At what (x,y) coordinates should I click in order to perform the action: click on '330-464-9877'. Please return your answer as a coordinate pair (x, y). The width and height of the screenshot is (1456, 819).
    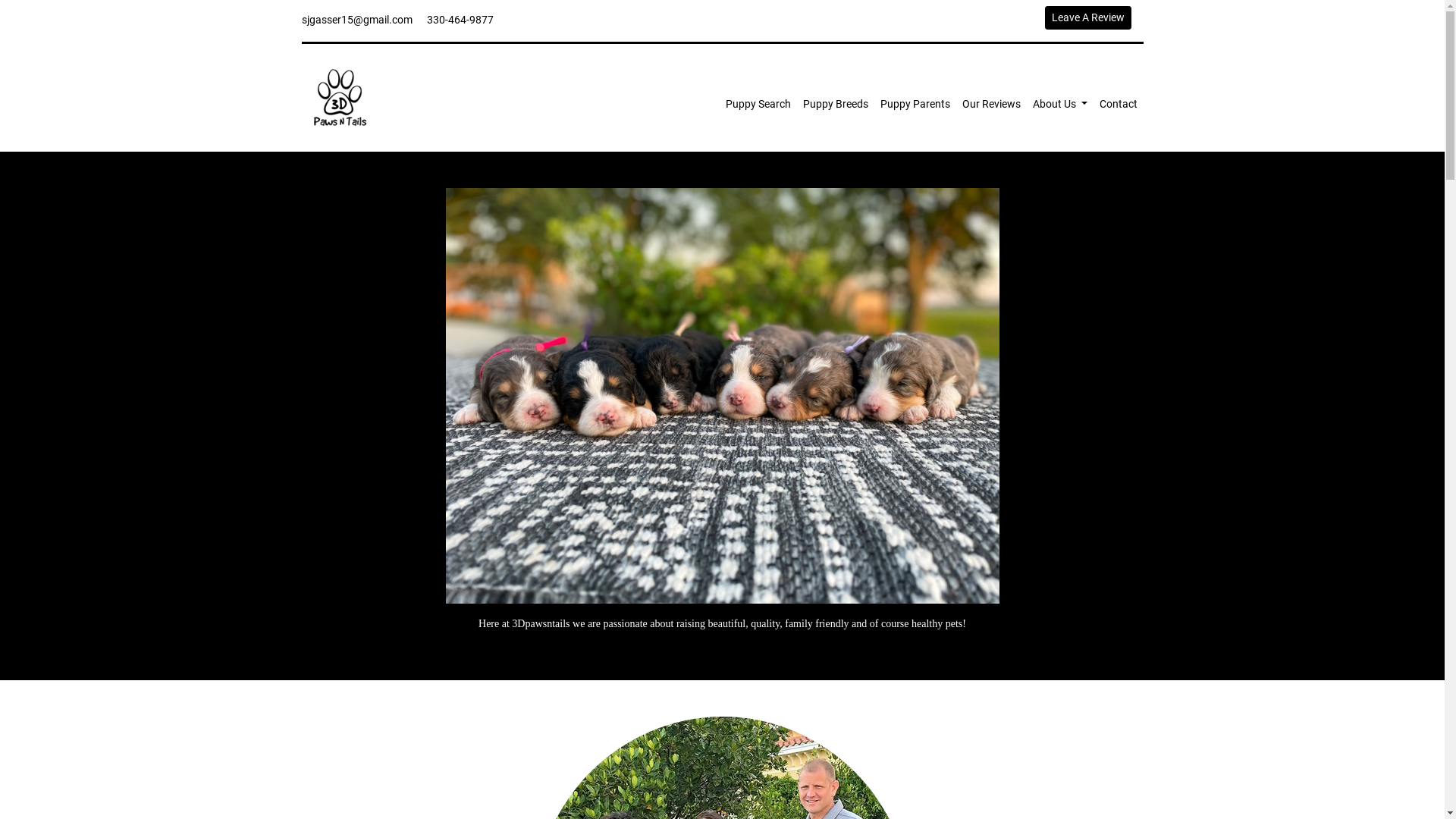
    Looking at the image, I should click on (458, 20).